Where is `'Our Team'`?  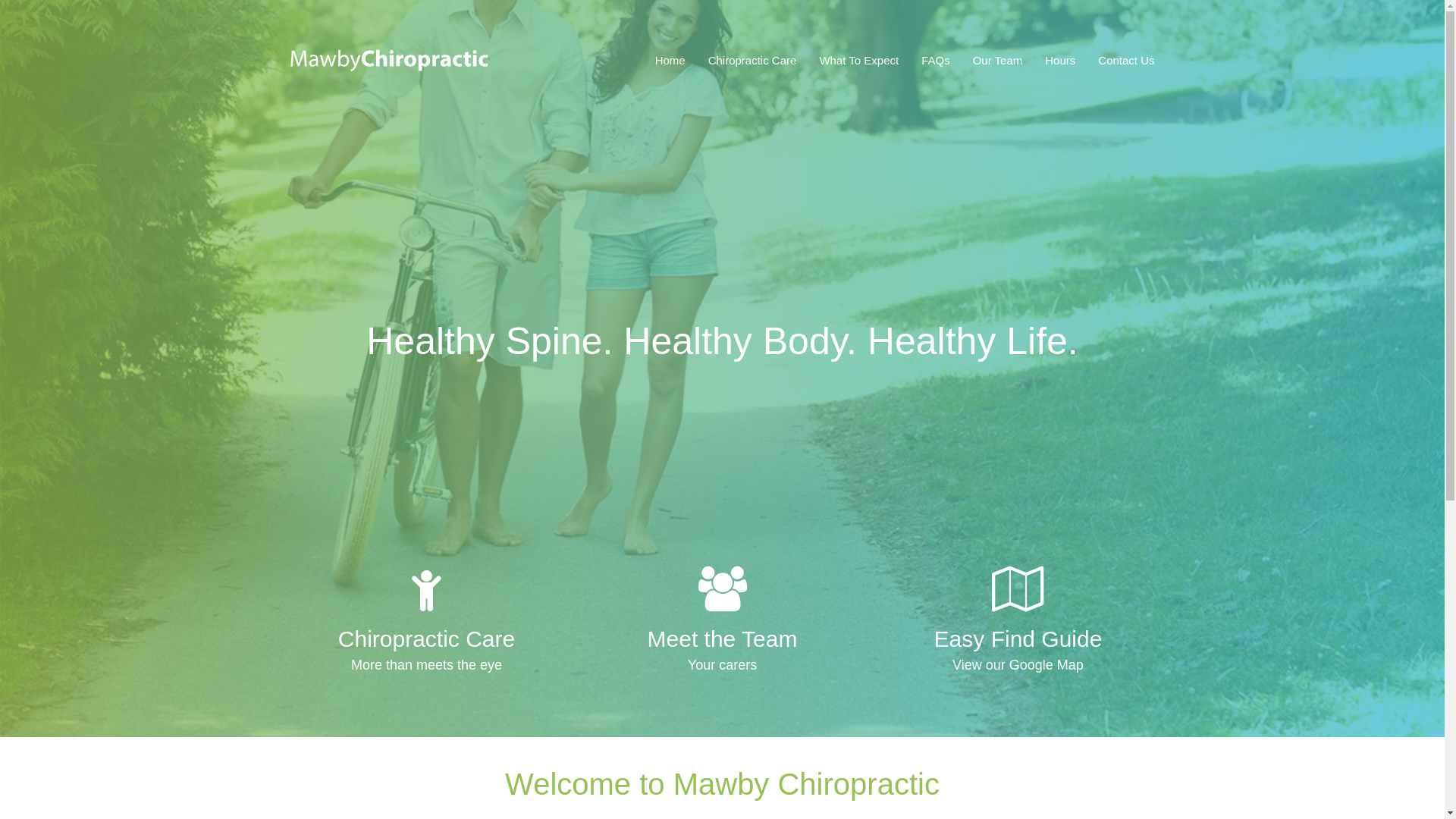
'Our Team' is located at coordinates (997, 60).